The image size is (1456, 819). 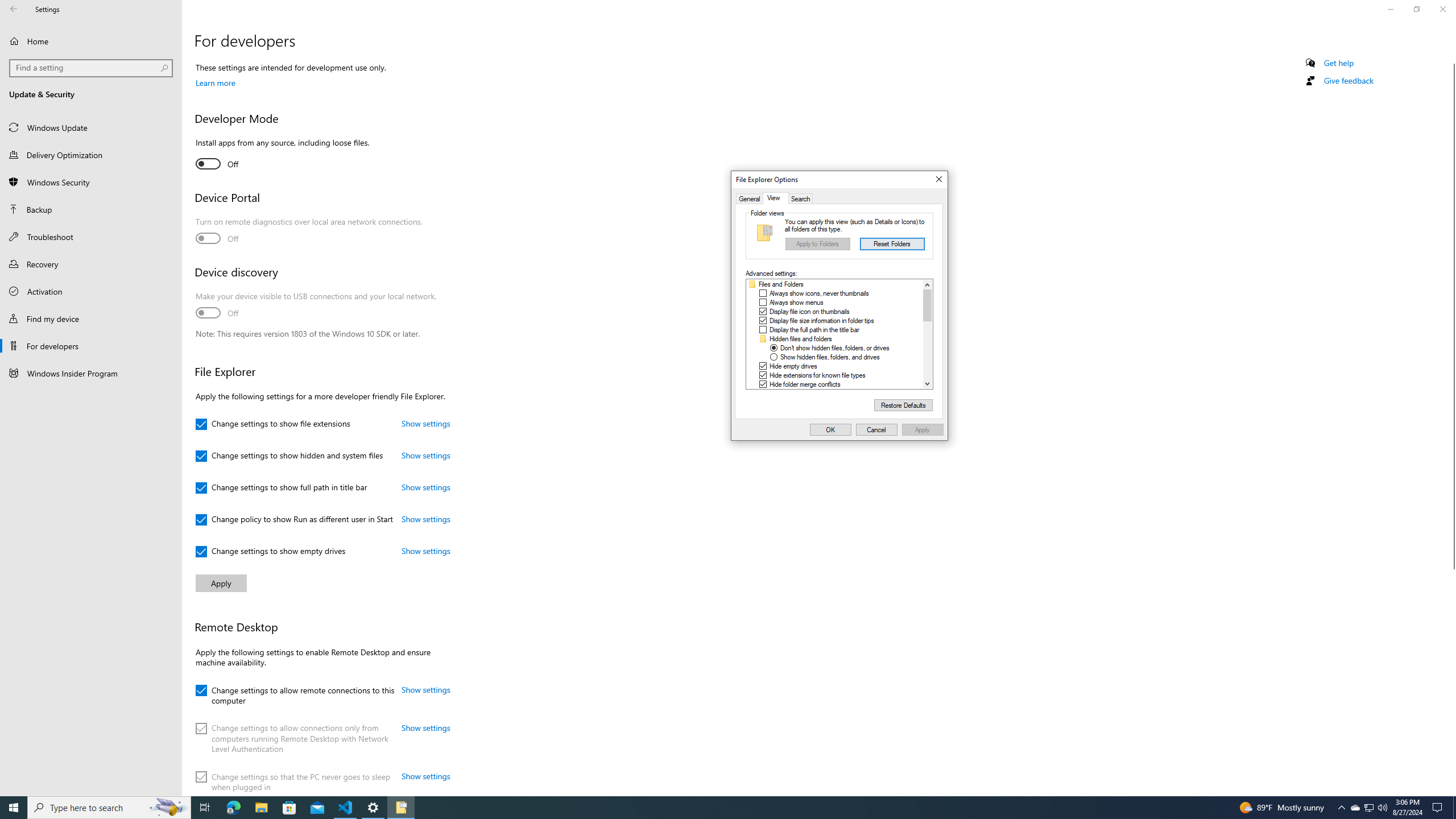 What do you see at coordinates (109, 806) in the screenshot?
I see `'Type here to search'` at bounding box center [109, 806].